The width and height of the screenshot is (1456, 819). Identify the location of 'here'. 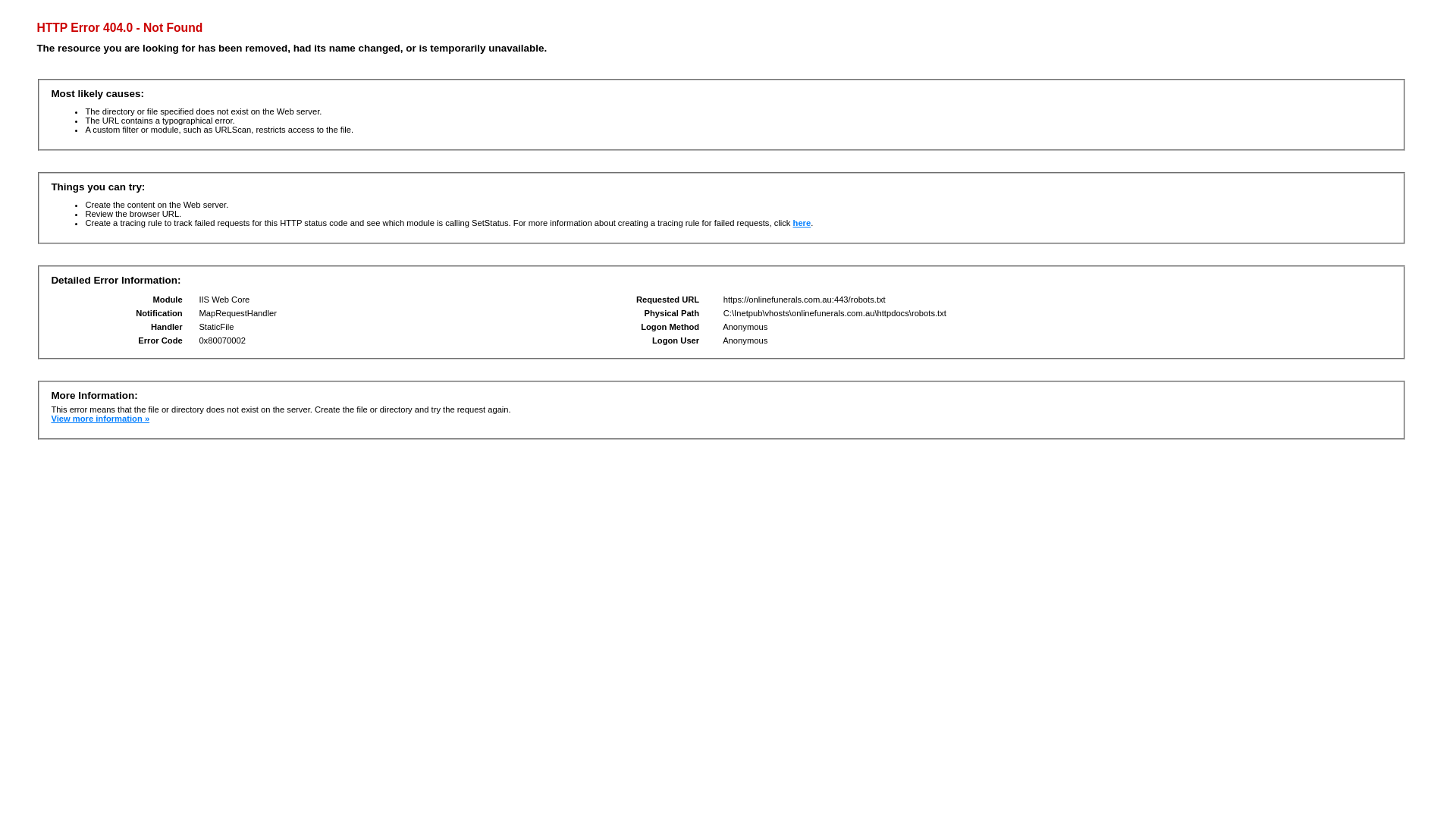
(792, 222).